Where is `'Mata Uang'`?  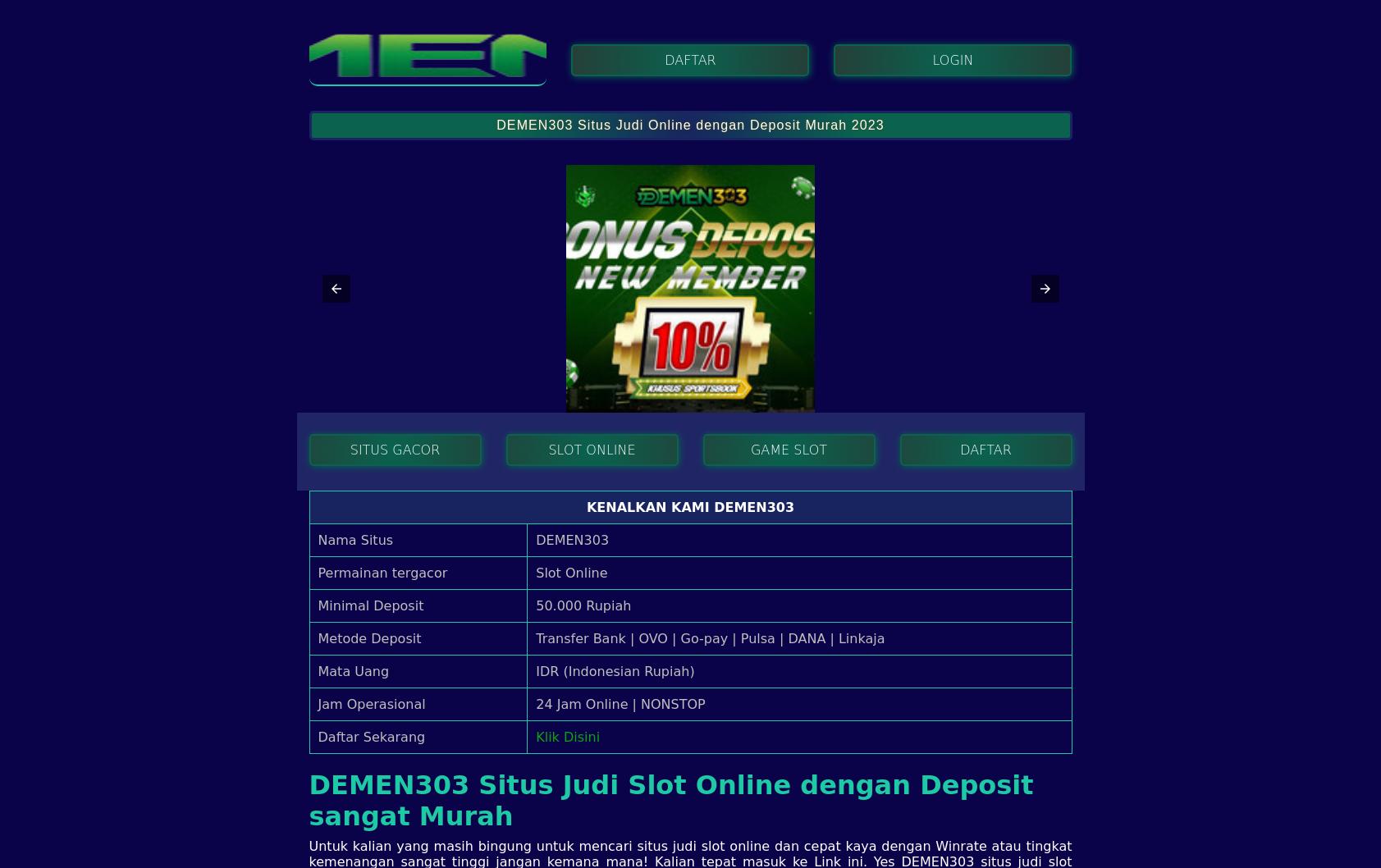 'Mata Uang' is located at coordinates (353, 669).